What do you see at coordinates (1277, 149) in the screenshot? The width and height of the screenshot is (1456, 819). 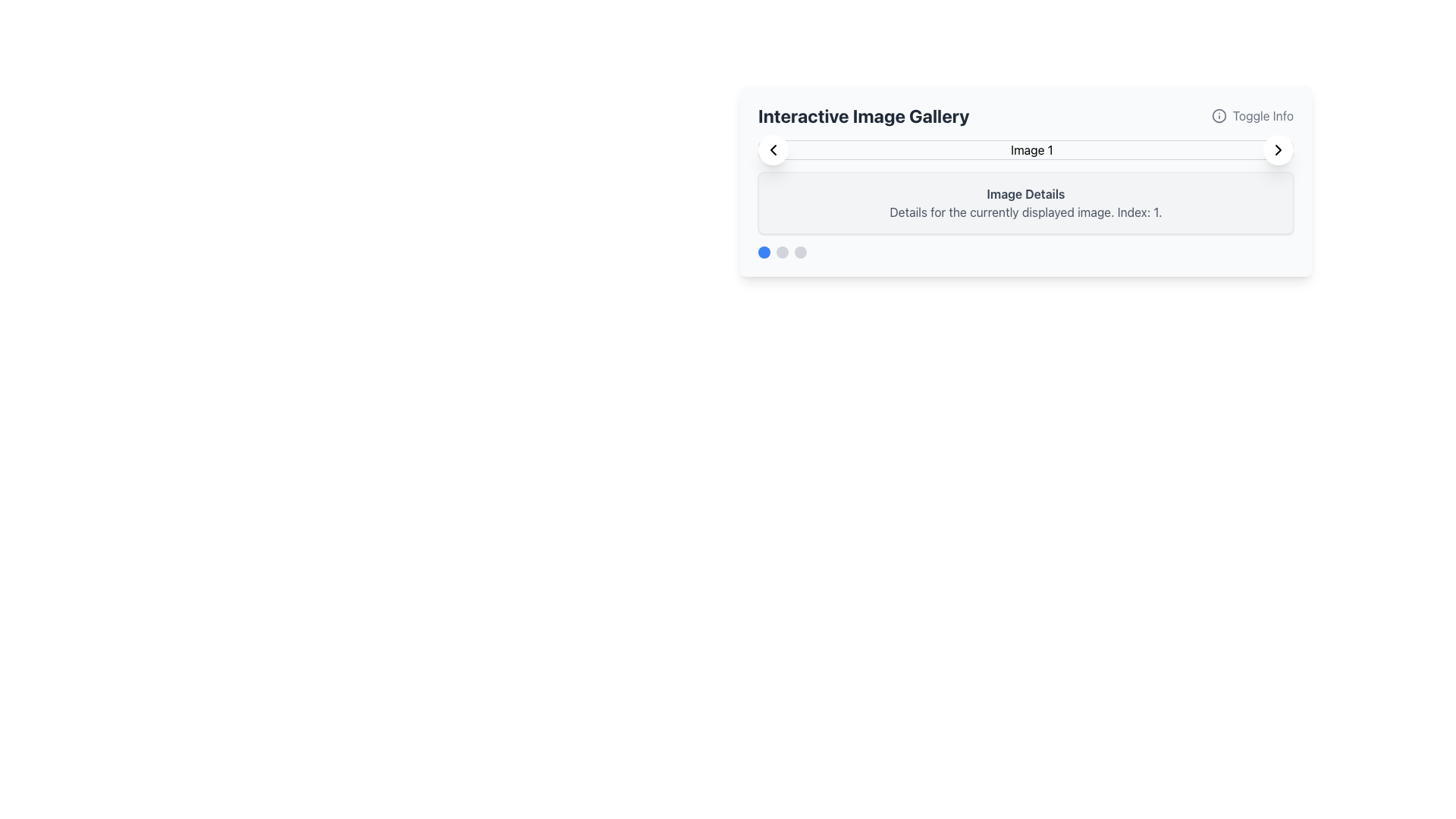 I see `the right-facing chevron arrow icon button located at the far right end of the image gallery control bar to observe any hover effects` at bounding box center [1277, 149].